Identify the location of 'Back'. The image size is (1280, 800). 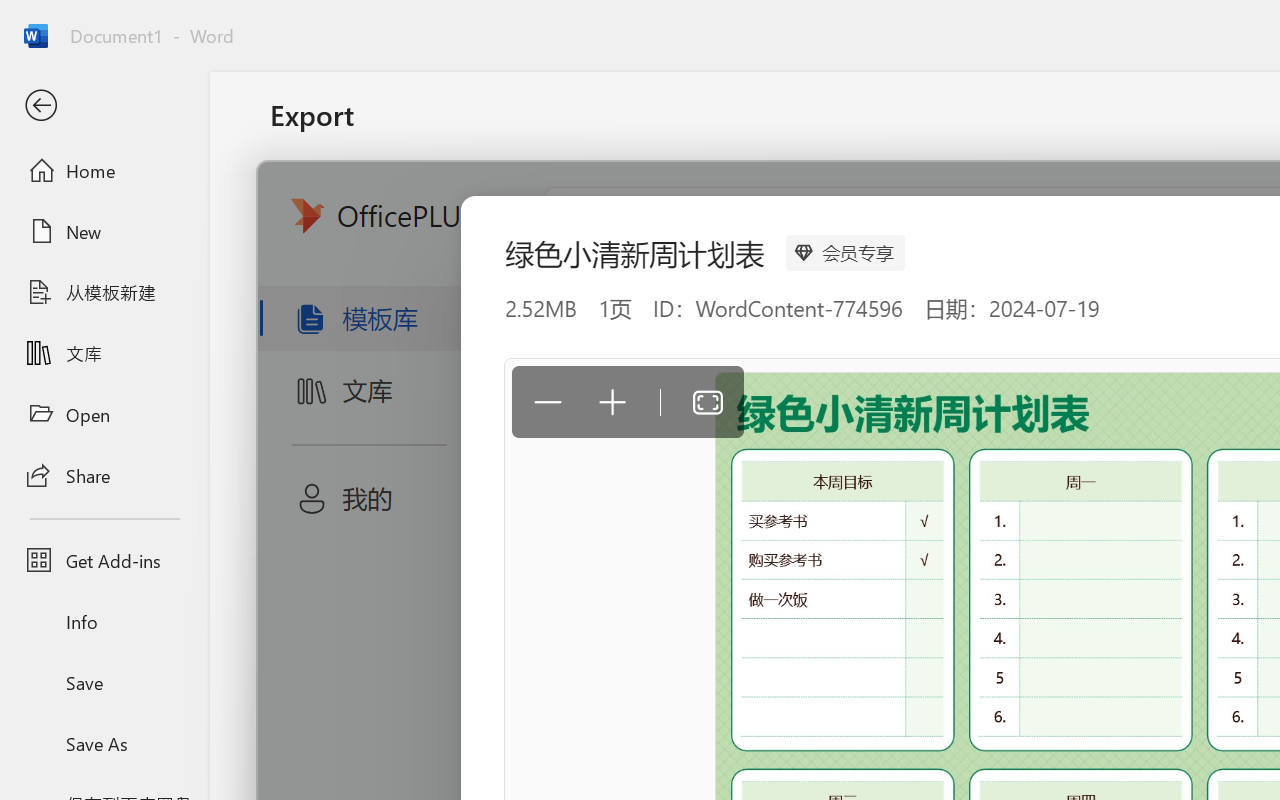
(103, 105).